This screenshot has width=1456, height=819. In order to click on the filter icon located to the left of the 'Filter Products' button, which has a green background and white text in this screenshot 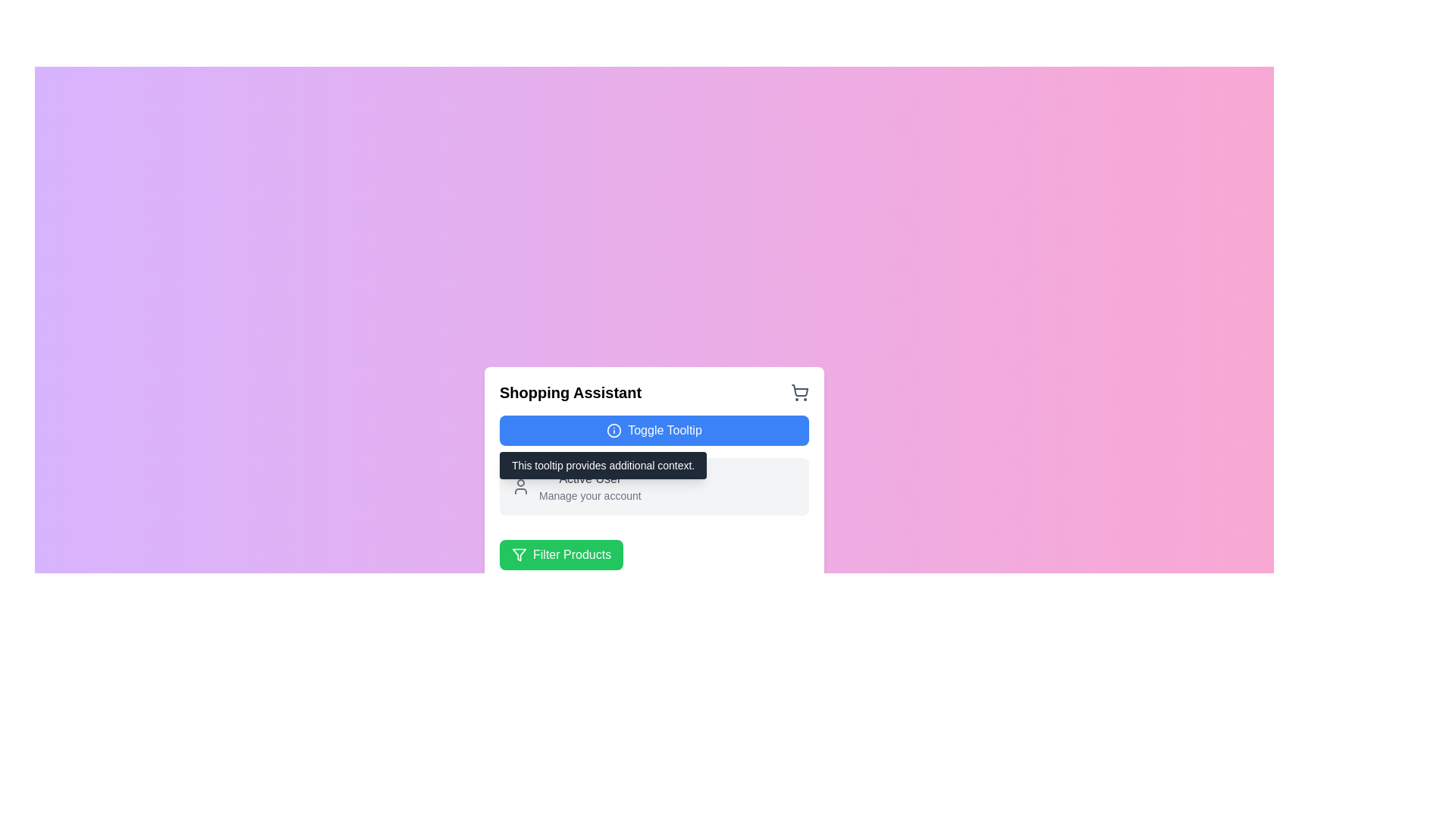, I will do `click(519, 555)`.